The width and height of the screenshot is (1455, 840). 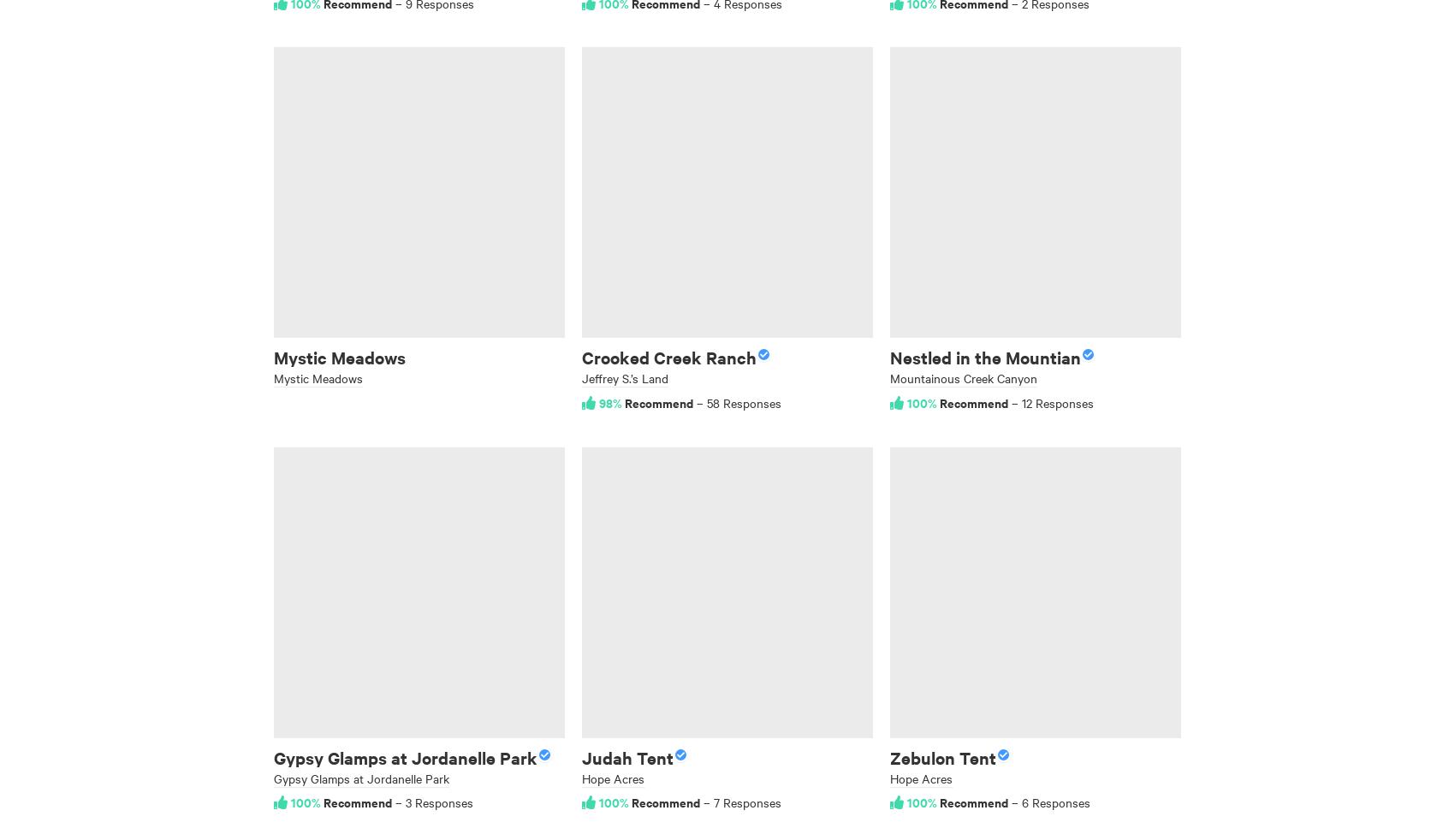 I want to click on 'Crooked Creek Ranch', so click(x=668, y=357).